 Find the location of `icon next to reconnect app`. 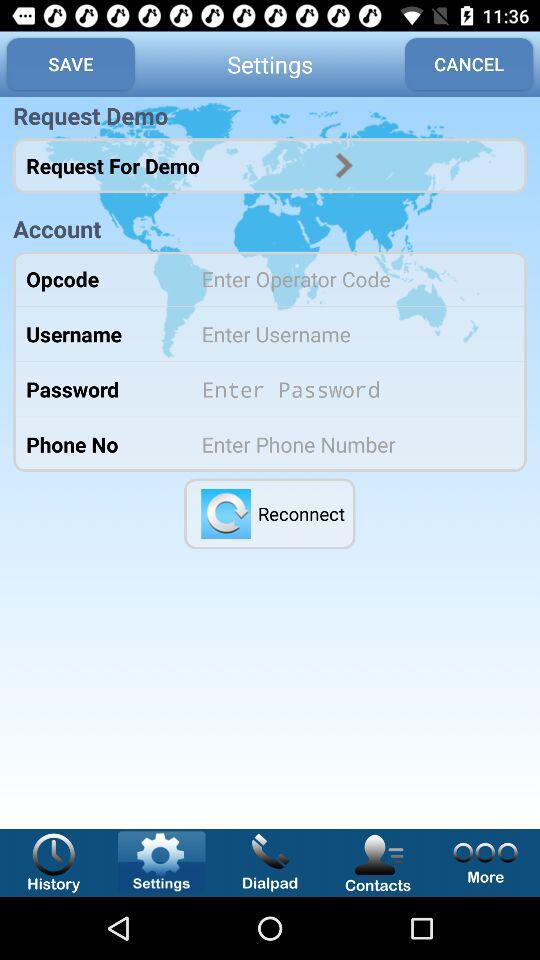

icon next to reconnect app is located at coordinates (225, 512).